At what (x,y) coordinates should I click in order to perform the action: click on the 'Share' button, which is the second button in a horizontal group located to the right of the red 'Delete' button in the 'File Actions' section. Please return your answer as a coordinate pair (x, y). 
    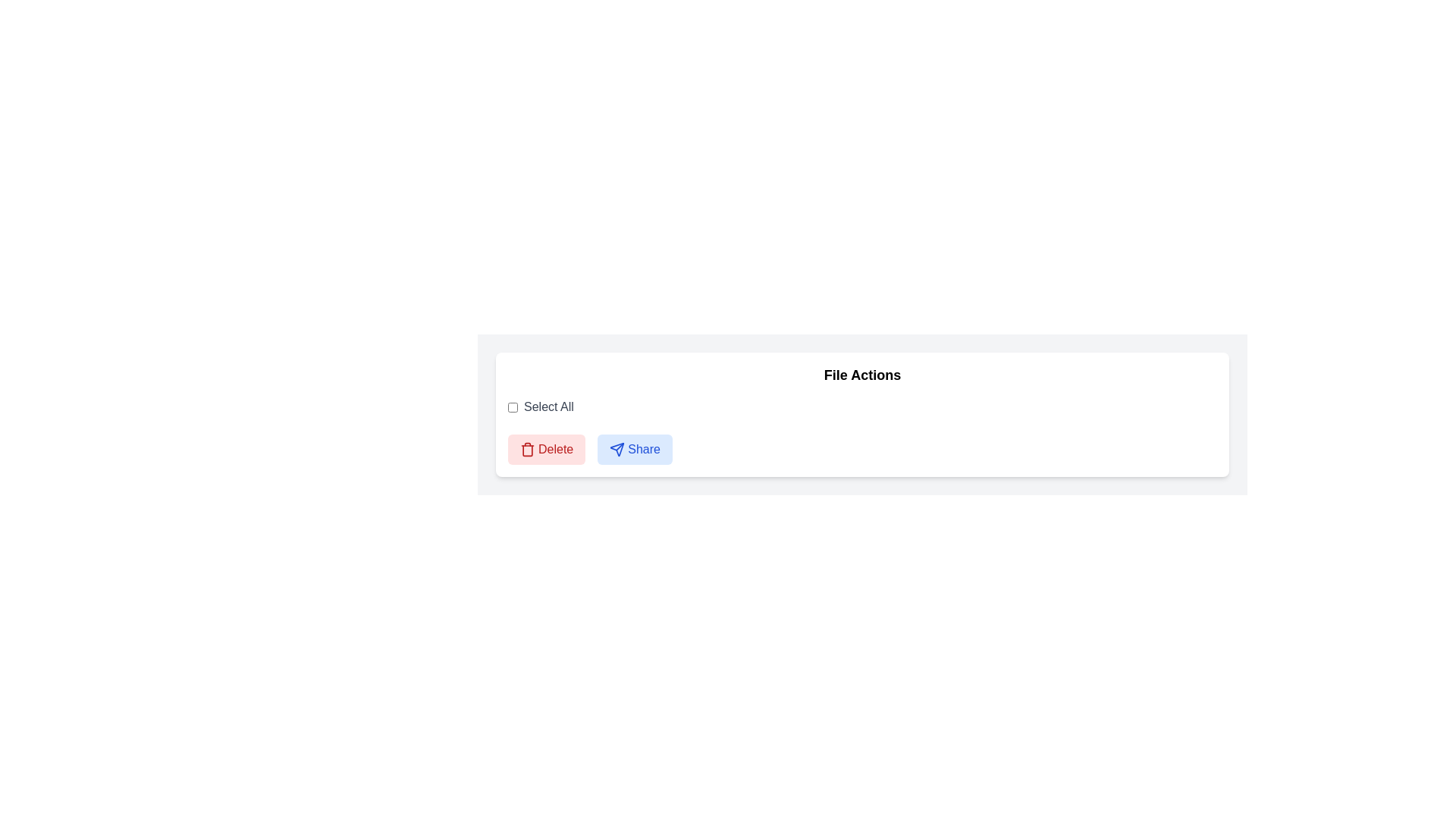
    Looking at the image, I should click on (635, 449).